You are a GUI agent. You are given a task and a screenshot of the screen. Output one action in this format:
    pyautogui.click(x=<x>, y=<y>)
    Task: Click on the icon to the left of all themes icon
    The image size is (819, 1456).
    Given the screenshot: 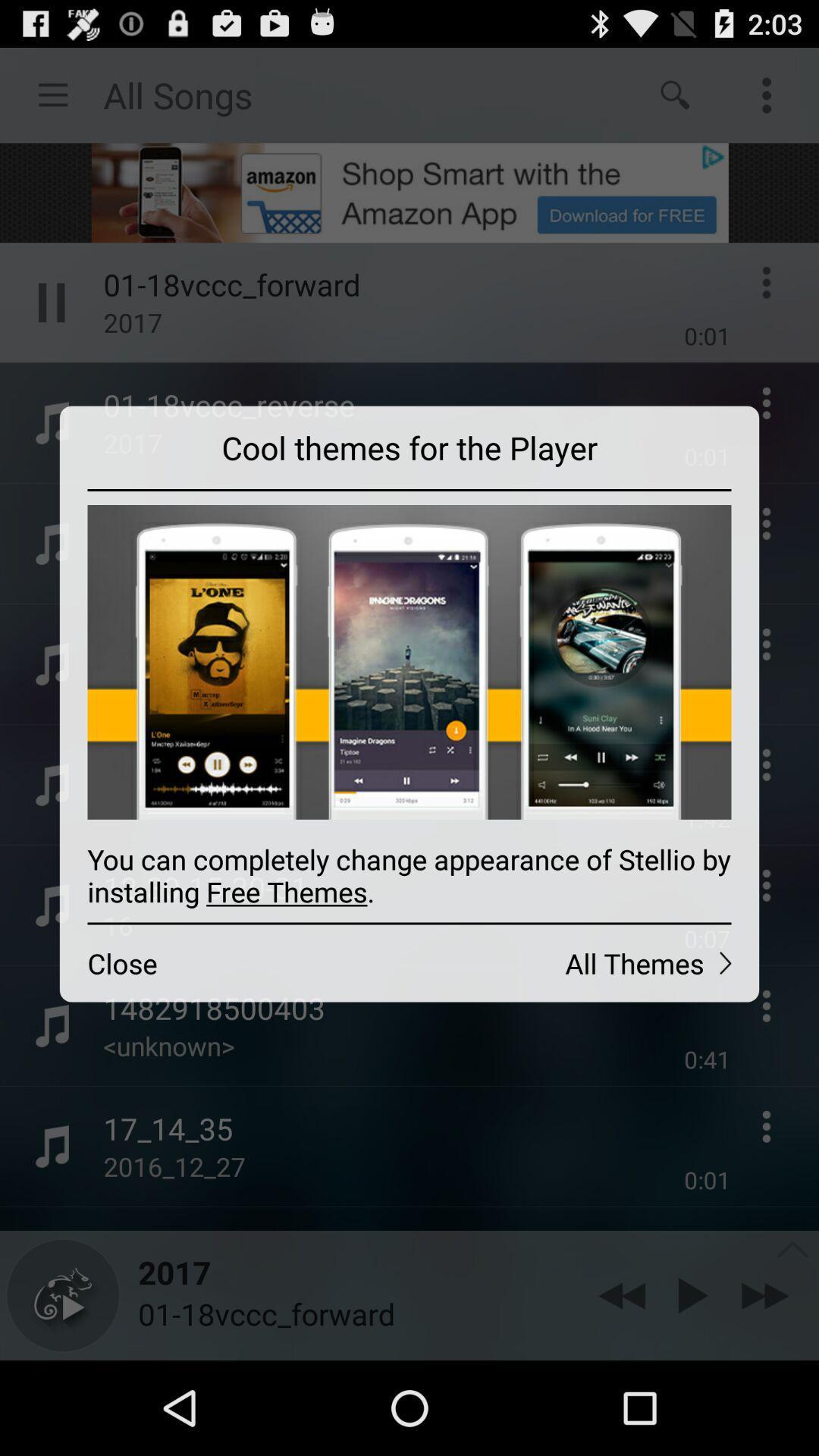 What is the action you would take?
    pyautogui.click(x=234, y=962)
    